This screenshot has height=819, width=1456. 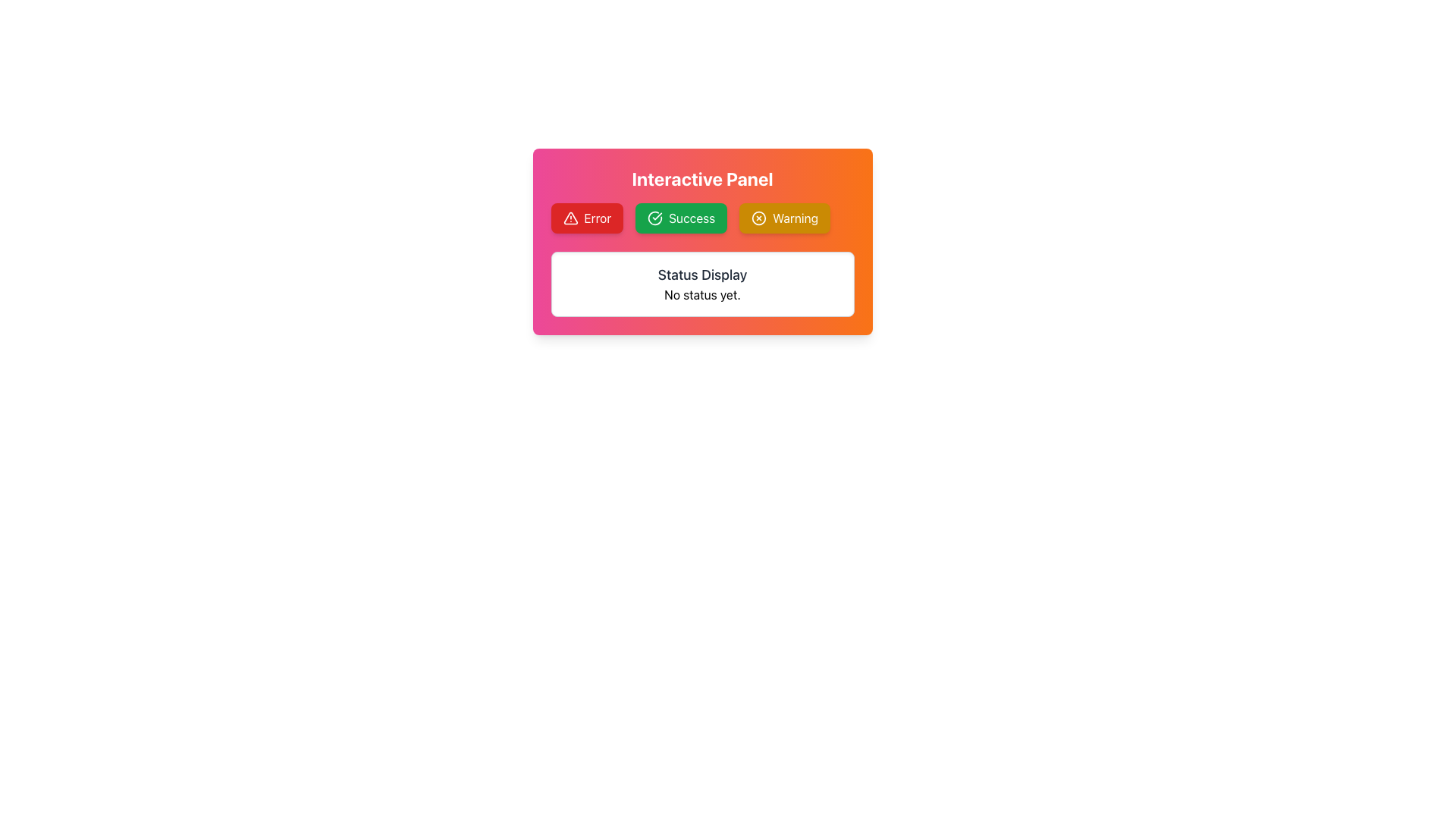 What do you see at coordinates (759, 218) in the screenshot?
I see `the small circular icon with a yellow background and a white border that contains a white 'X' symbol, located to the left of the text label 'Warning' within the last button of the 'Interactive Panel'` at bounding box center [759, 218].